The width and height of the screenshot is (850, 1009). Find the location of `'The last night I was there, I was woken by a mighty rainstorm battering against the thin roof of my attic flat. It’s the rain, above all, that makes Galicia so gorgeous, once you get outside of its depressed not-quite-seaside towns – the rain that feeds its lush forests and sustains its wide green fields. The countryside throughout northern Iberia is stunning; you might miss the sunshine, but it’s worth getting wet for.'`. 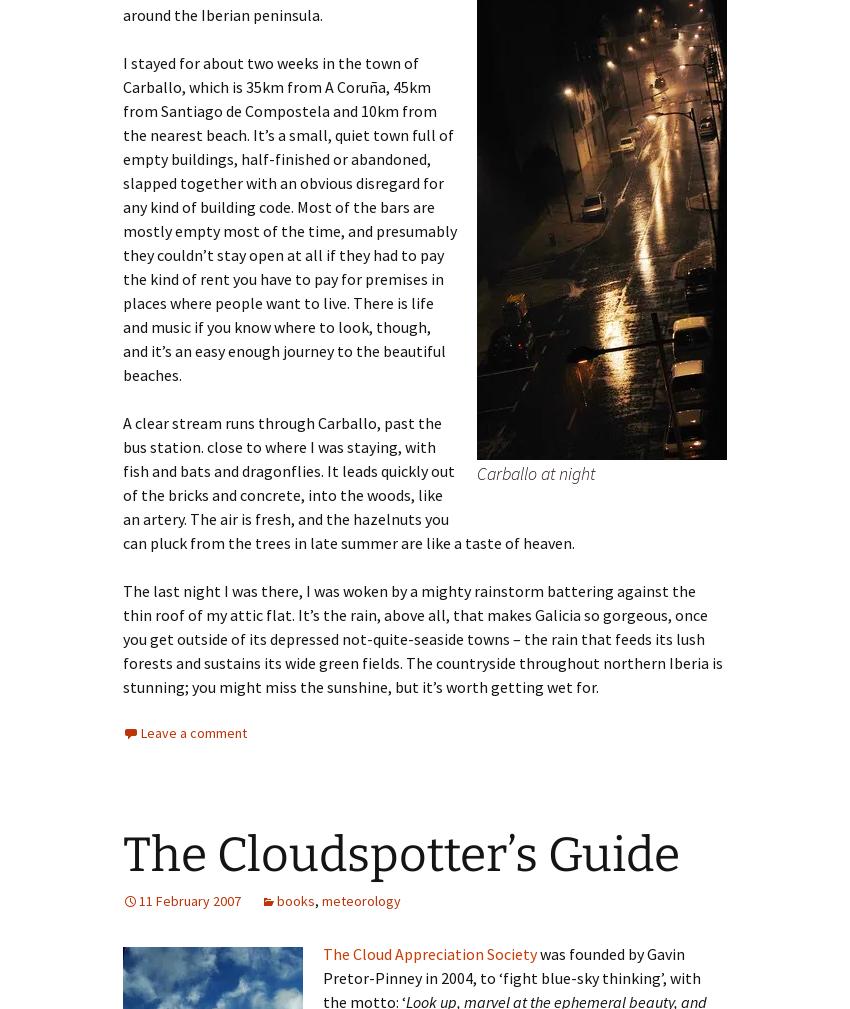

'The last night I was there, I was woken by a mighty rainstorm battering against the thin roof of my attic flat. It’s the rain, above all, that makes Galicia so gorgeous, once you get outside of its depressed not-quite-seaside towns – the rain that feeds its lush forests and sustains its wide green fields. The countryside throughout northern Iberia is stunning; you might miss the sunshine, but it’s worth getting wet for.' is located at coordinates (422, 637).